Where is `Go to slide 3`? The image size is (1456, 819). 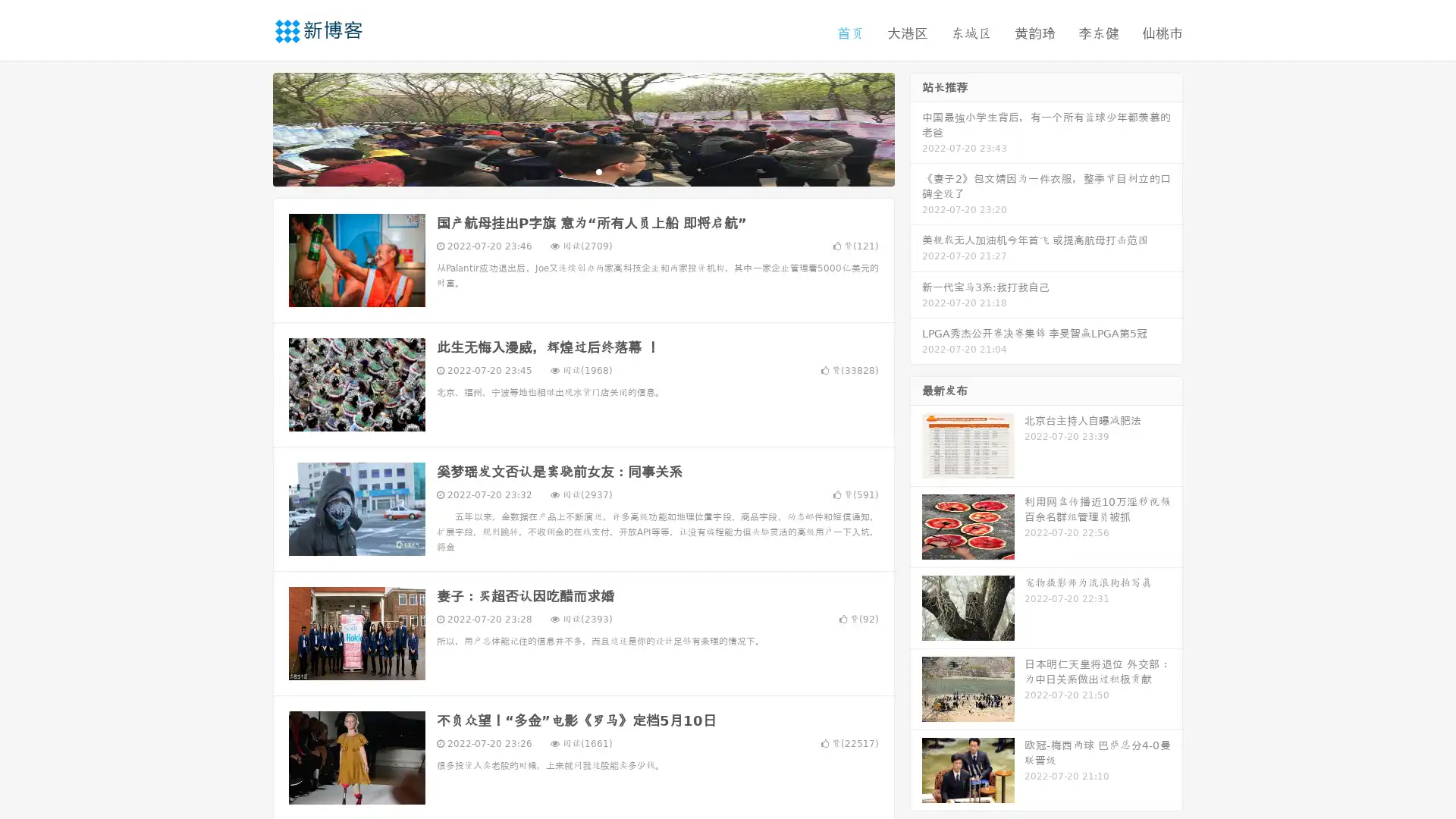 Go to slide 3 is located at coordinates (598, 171).